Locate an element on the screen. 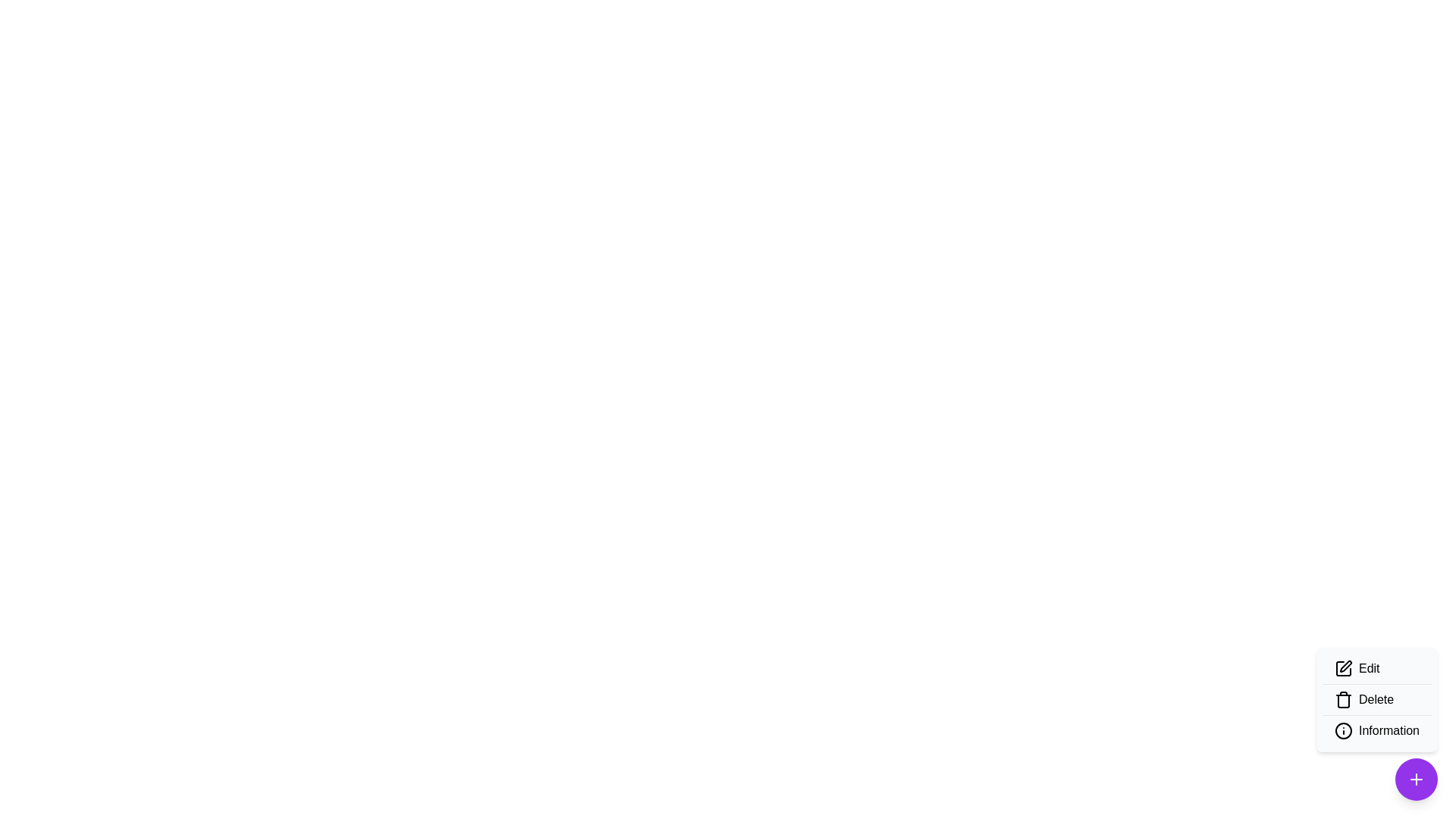  the left-most editing icon in the lower-right menu is located at coordinates (1343, 668).